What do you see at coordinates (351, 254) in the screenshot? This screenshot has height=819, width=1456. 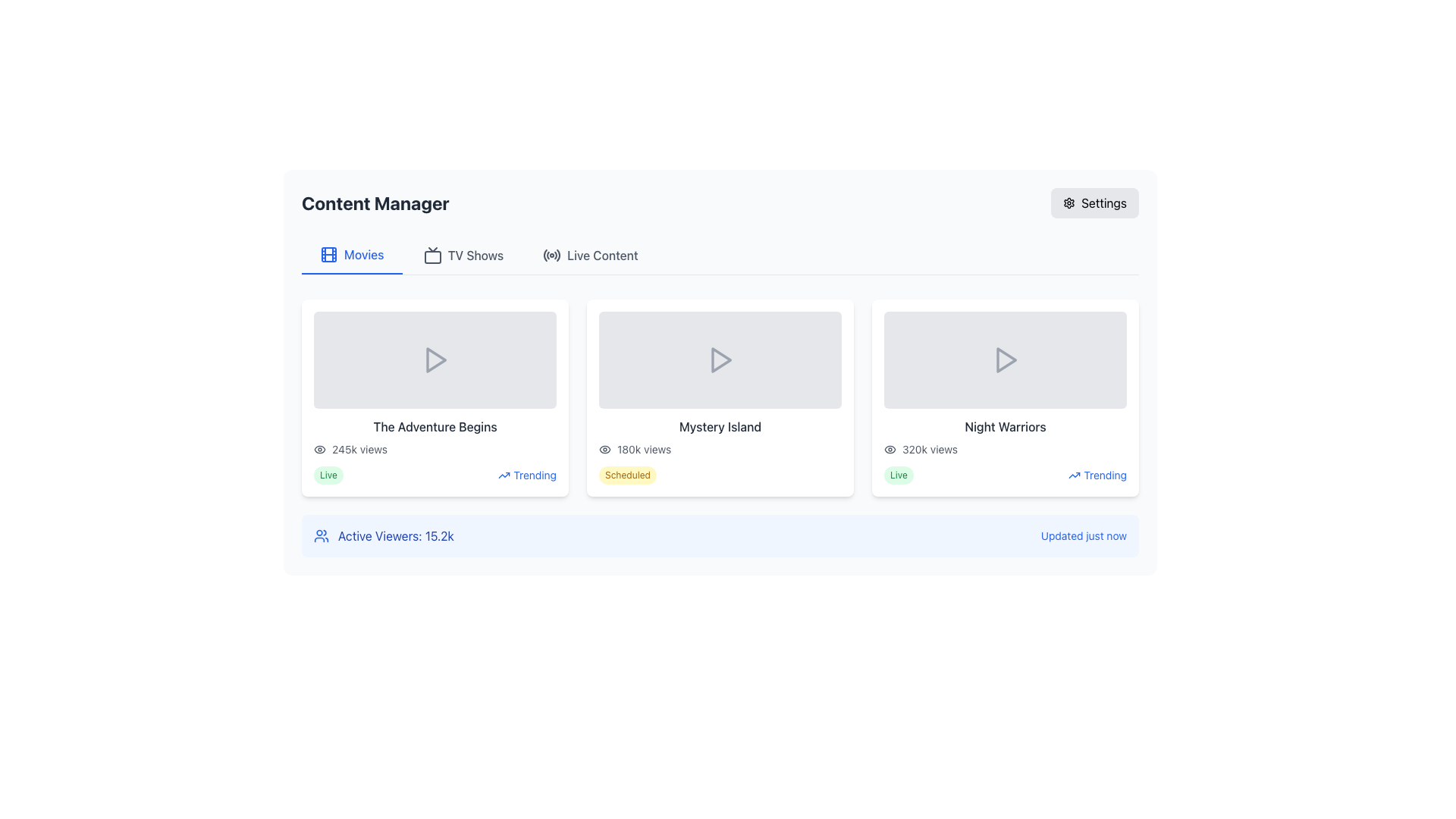 I see `the 'Movies' button, which is a horizontally aligned button with an icon resembling a film reel, located directly below the 'Content Manager' heading in the navigation menu` at bounding box center [351, 254].